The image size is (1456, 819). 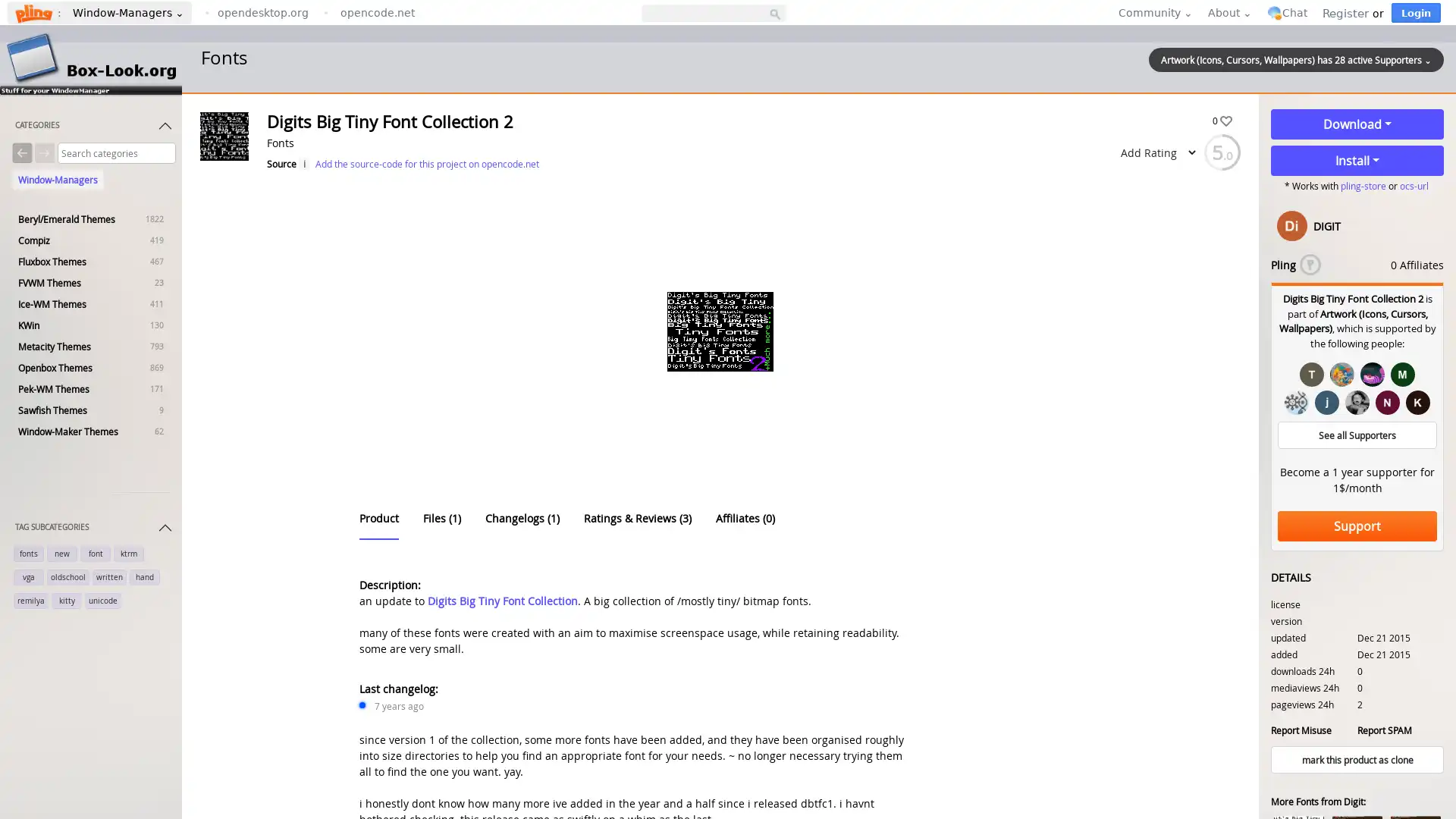 What do you see at coordinates (1357, 161) in the screenshot?
I see `Install` at bounding box center [1357, 161].